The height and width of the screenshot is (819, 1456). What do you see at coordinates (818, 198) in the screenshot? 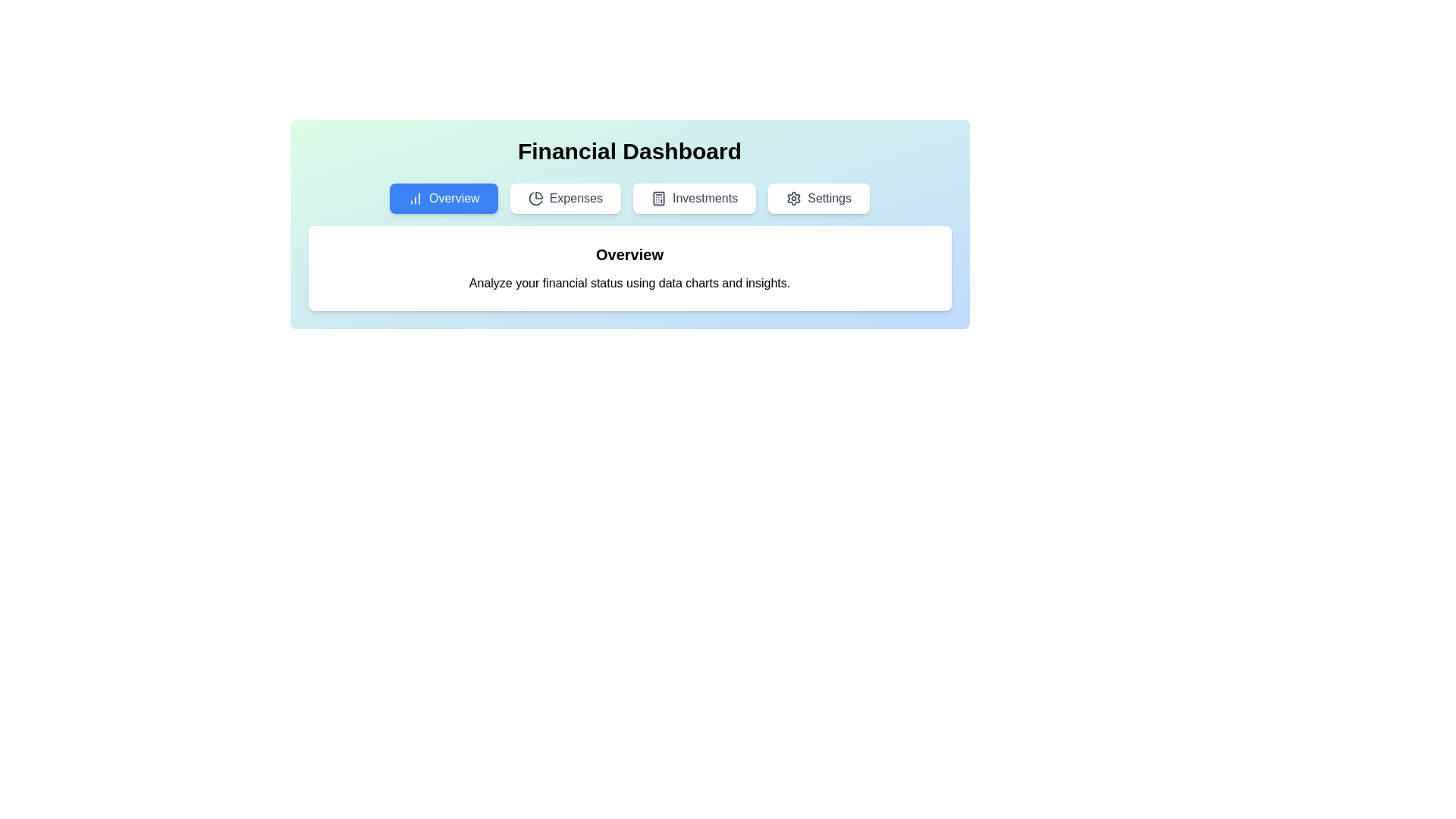
I see `the Settings tab by clicking on the respective tab button` at bounding box center [818, 198].